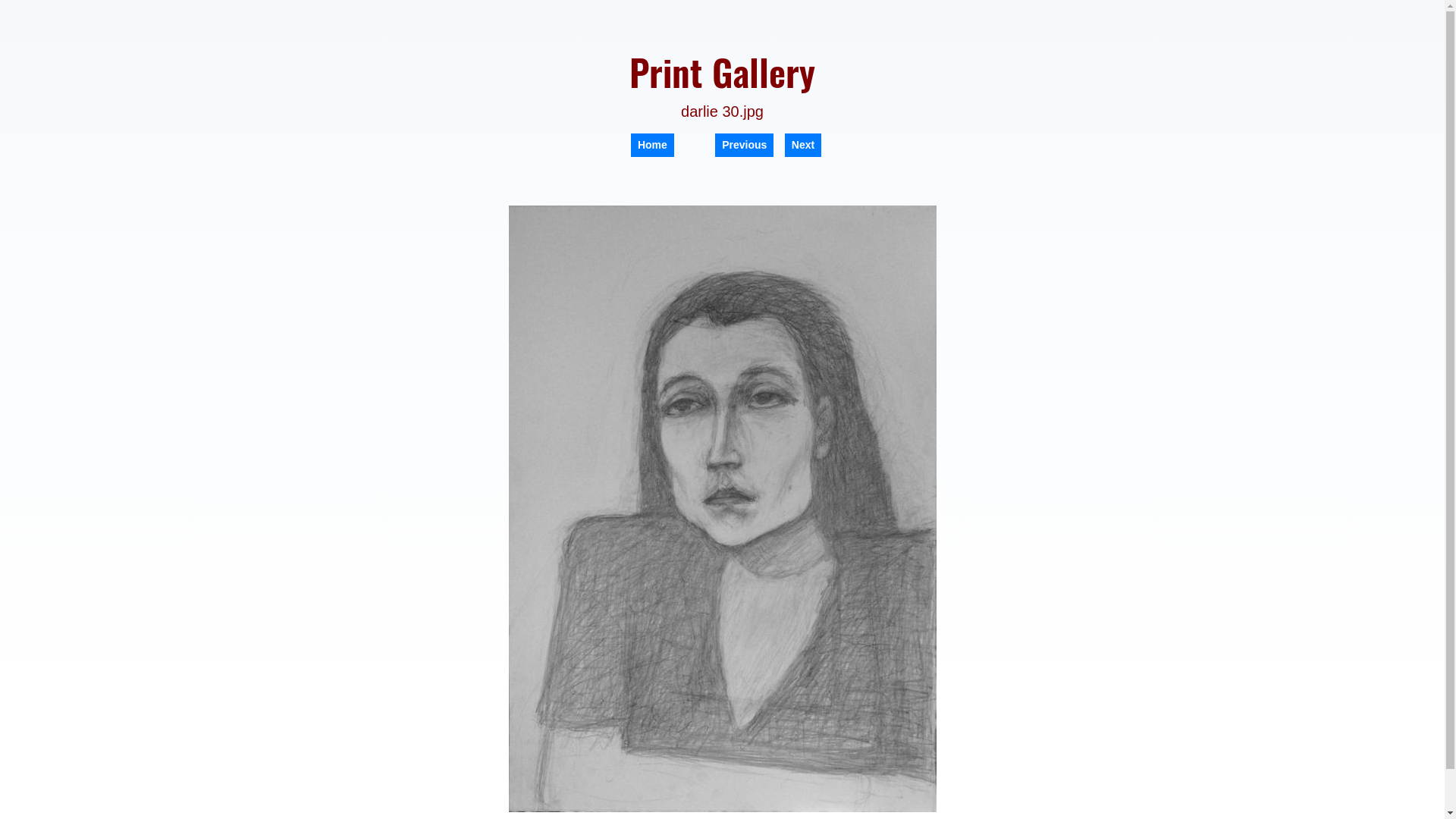  Describe the element at coordinates (744, 145) in the screenshot. I see `'Previous'` at that location.